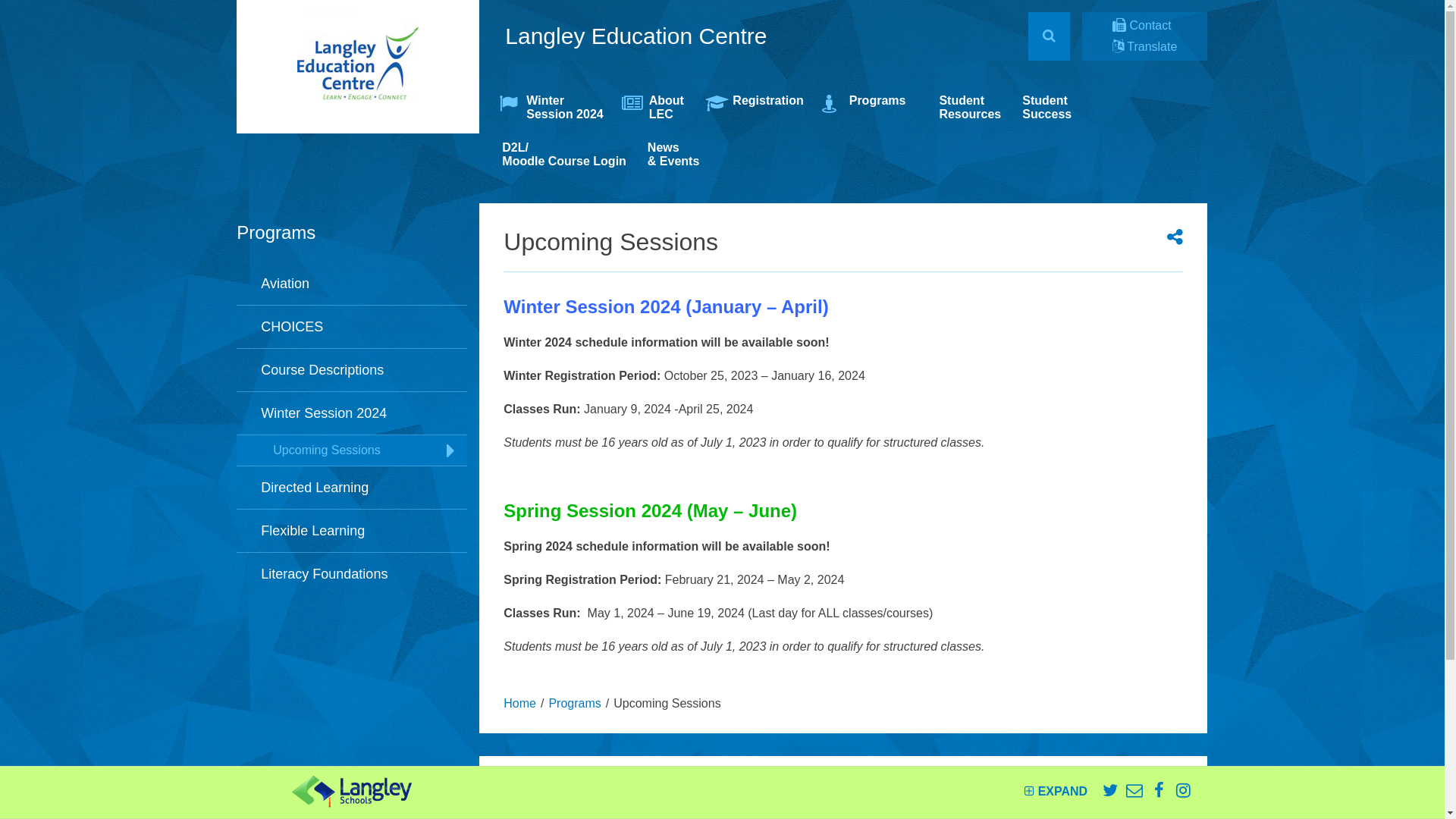 This screenshot has width=1456, height=819. Describe the element at coordinates (551, 107) in the screenshot. I see `'Winter` at that location.